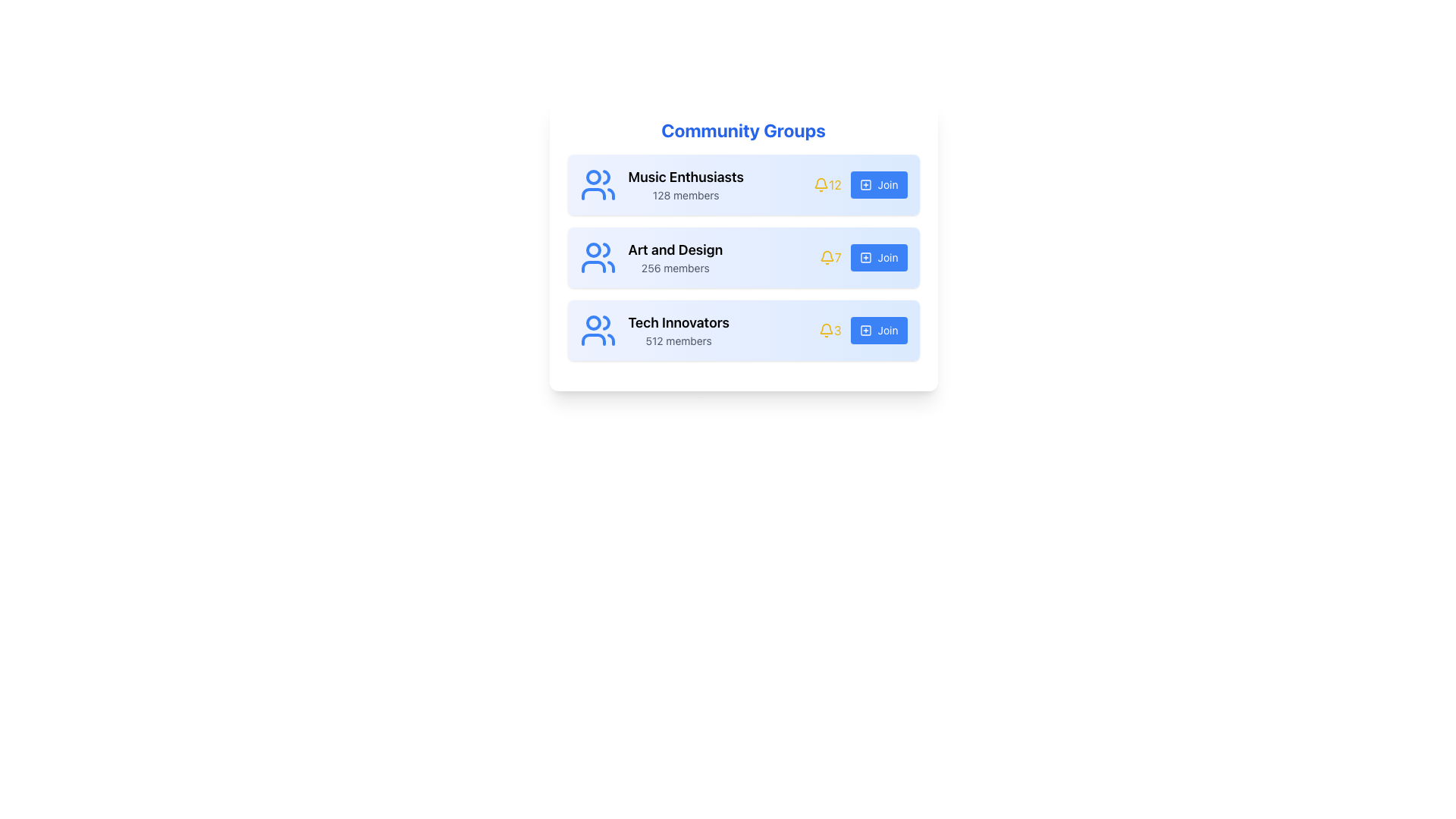 The image size is (1456, 819). What do you see at coordinates (743, 256) in the screenshot?
I see `the 'Art and Design' title in the list item which has a gradient background and includes icons and member count` at bounding box center [743, 256].